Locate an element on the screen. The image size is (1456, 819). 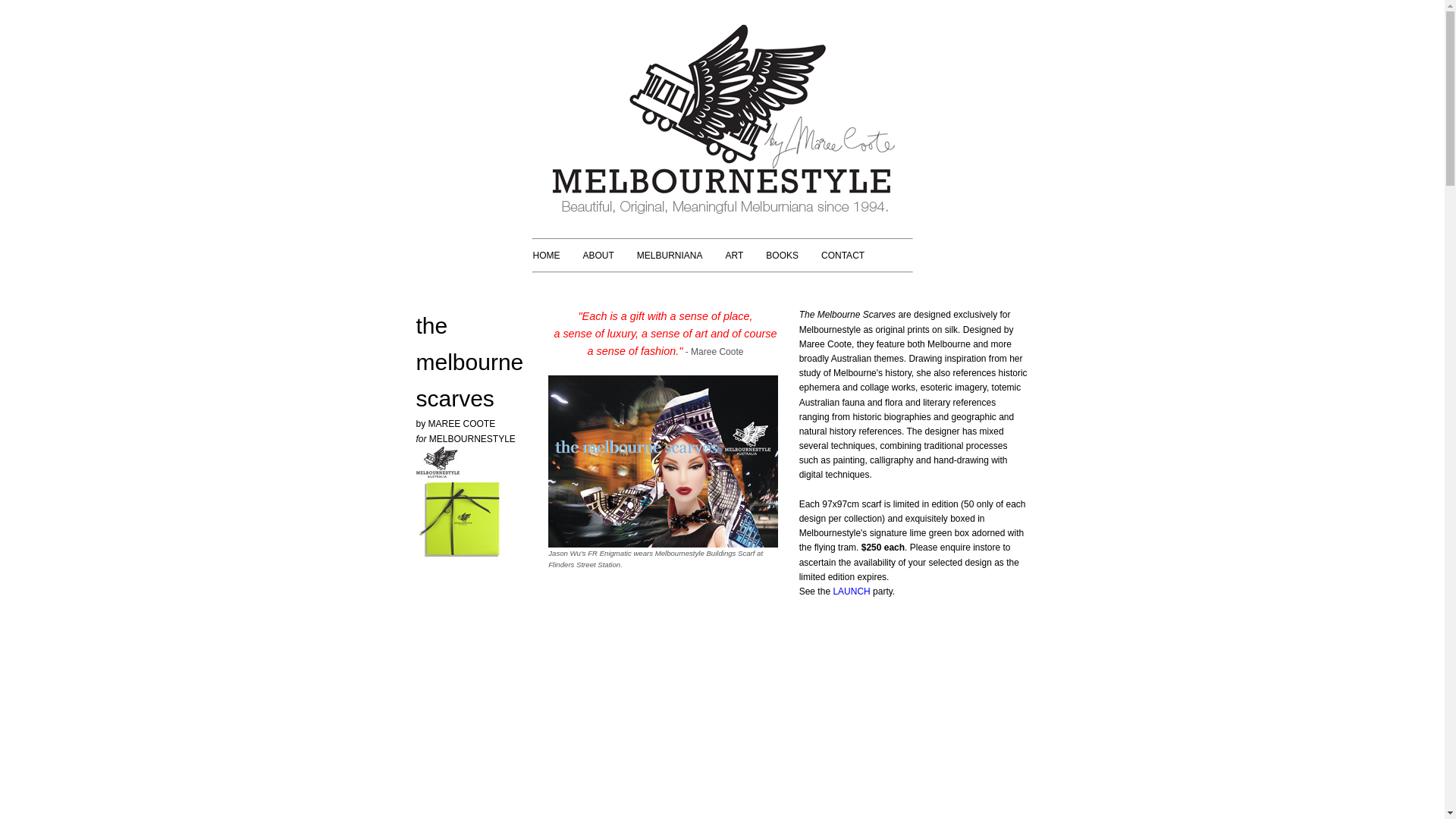
'CONTACT' is located at coordinates (842, 254).